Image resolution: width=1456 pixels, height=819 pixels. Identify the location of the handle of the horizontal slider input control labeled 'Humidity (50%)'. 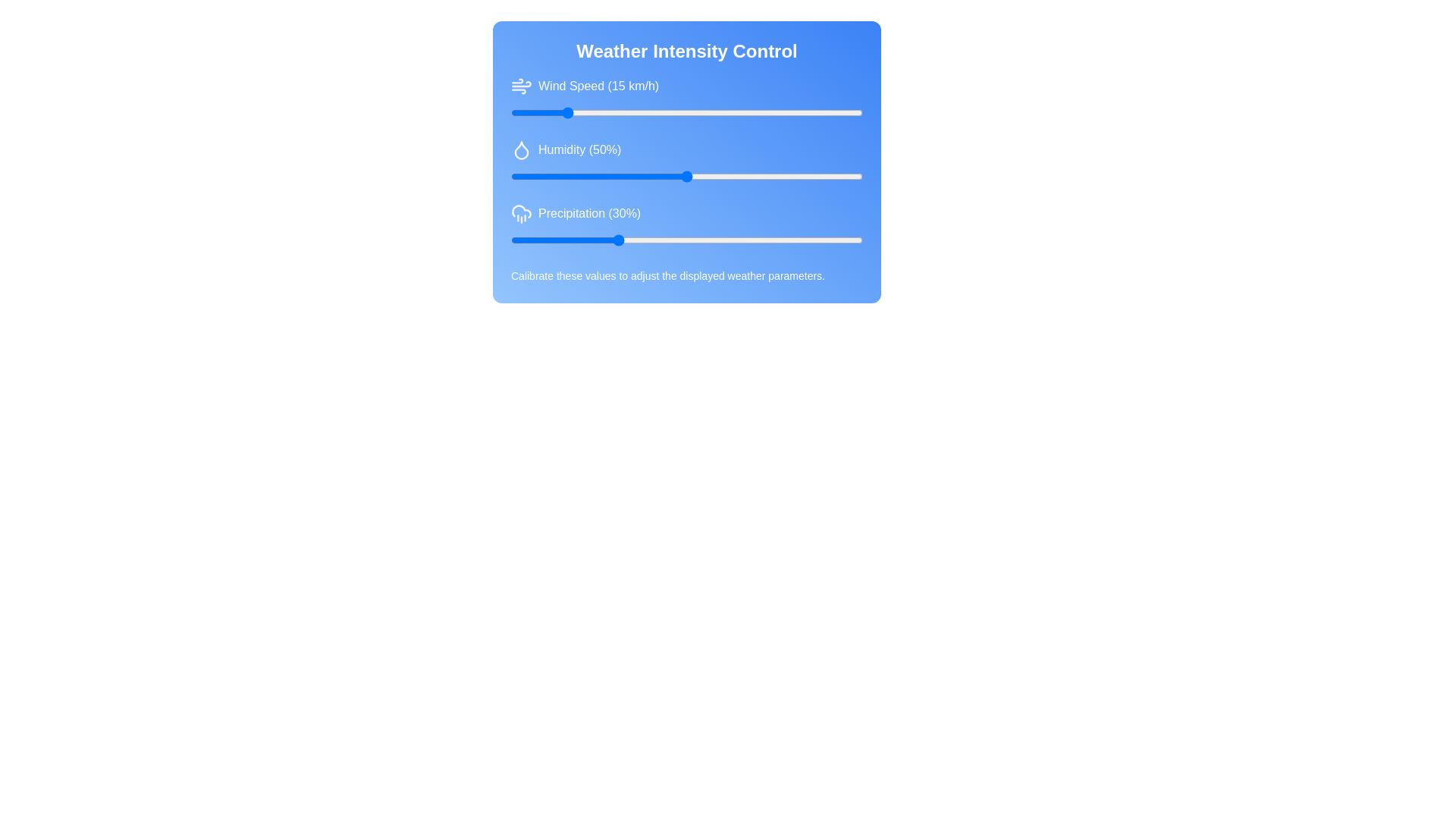
(686, 175).